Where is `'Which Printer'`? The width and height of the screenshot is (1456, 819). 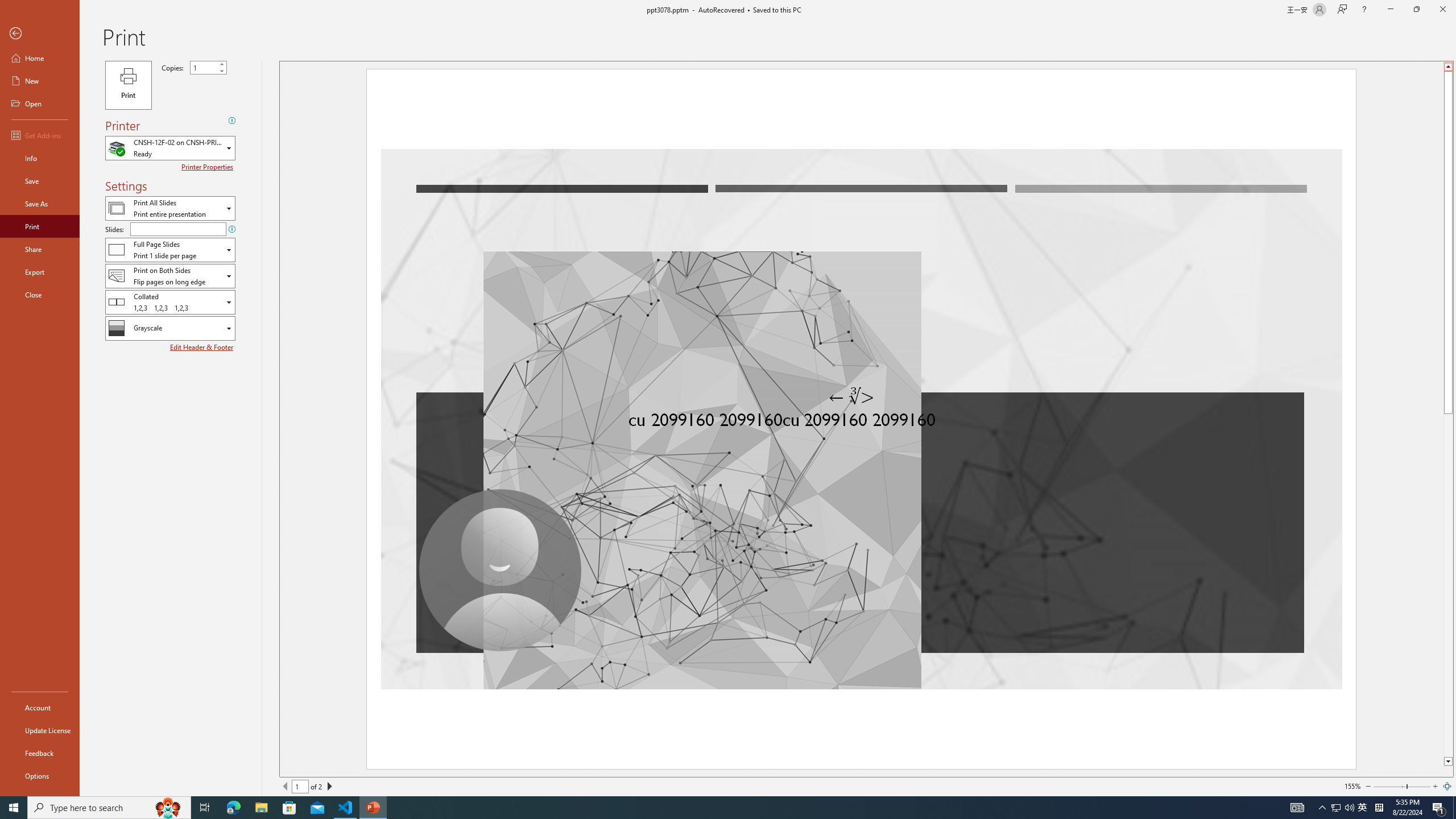
'Which Printer' is located at coordinates (169, 148).